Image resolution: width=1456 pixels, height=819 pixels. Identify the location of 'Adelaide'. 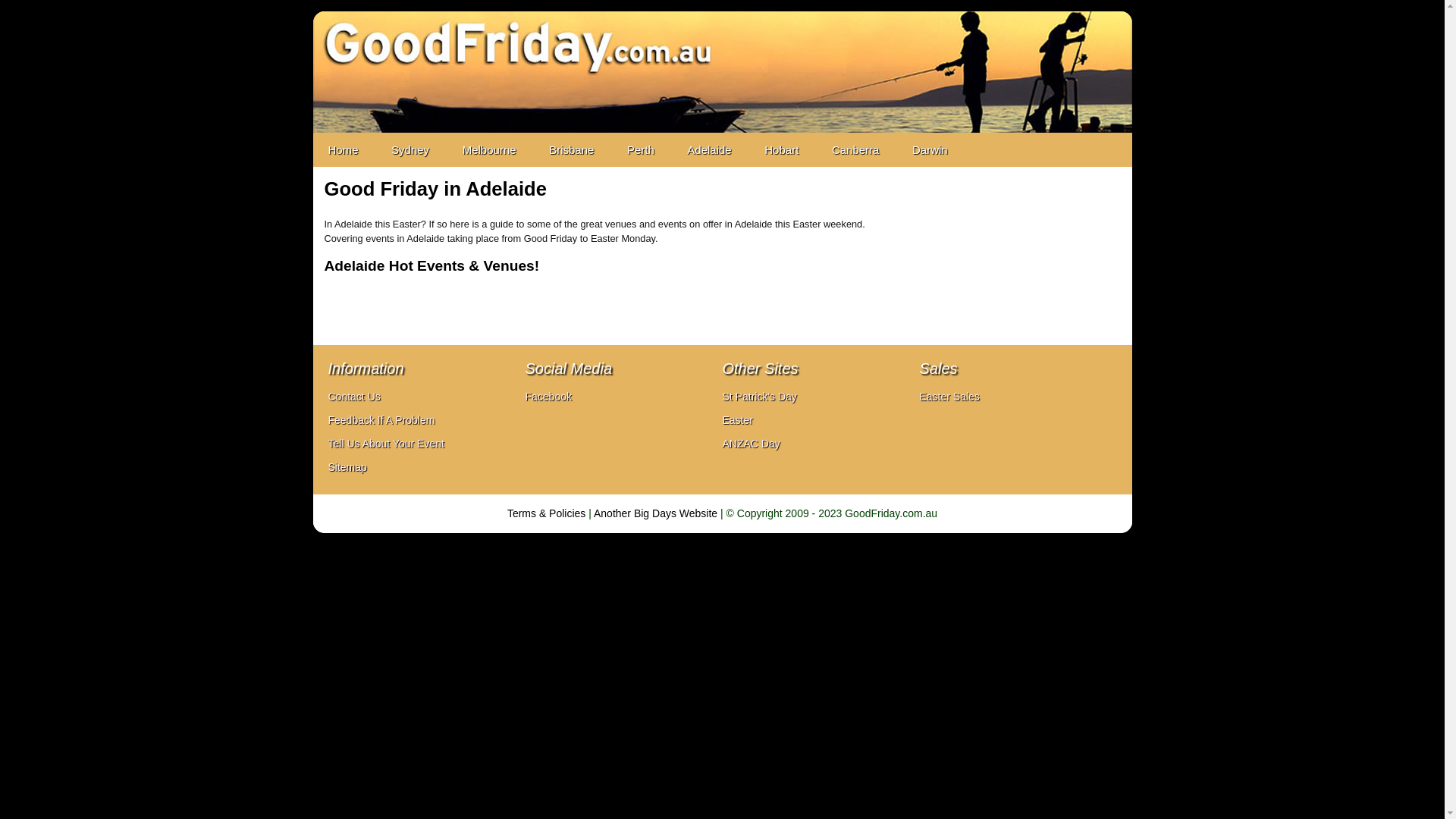
(671, 149).